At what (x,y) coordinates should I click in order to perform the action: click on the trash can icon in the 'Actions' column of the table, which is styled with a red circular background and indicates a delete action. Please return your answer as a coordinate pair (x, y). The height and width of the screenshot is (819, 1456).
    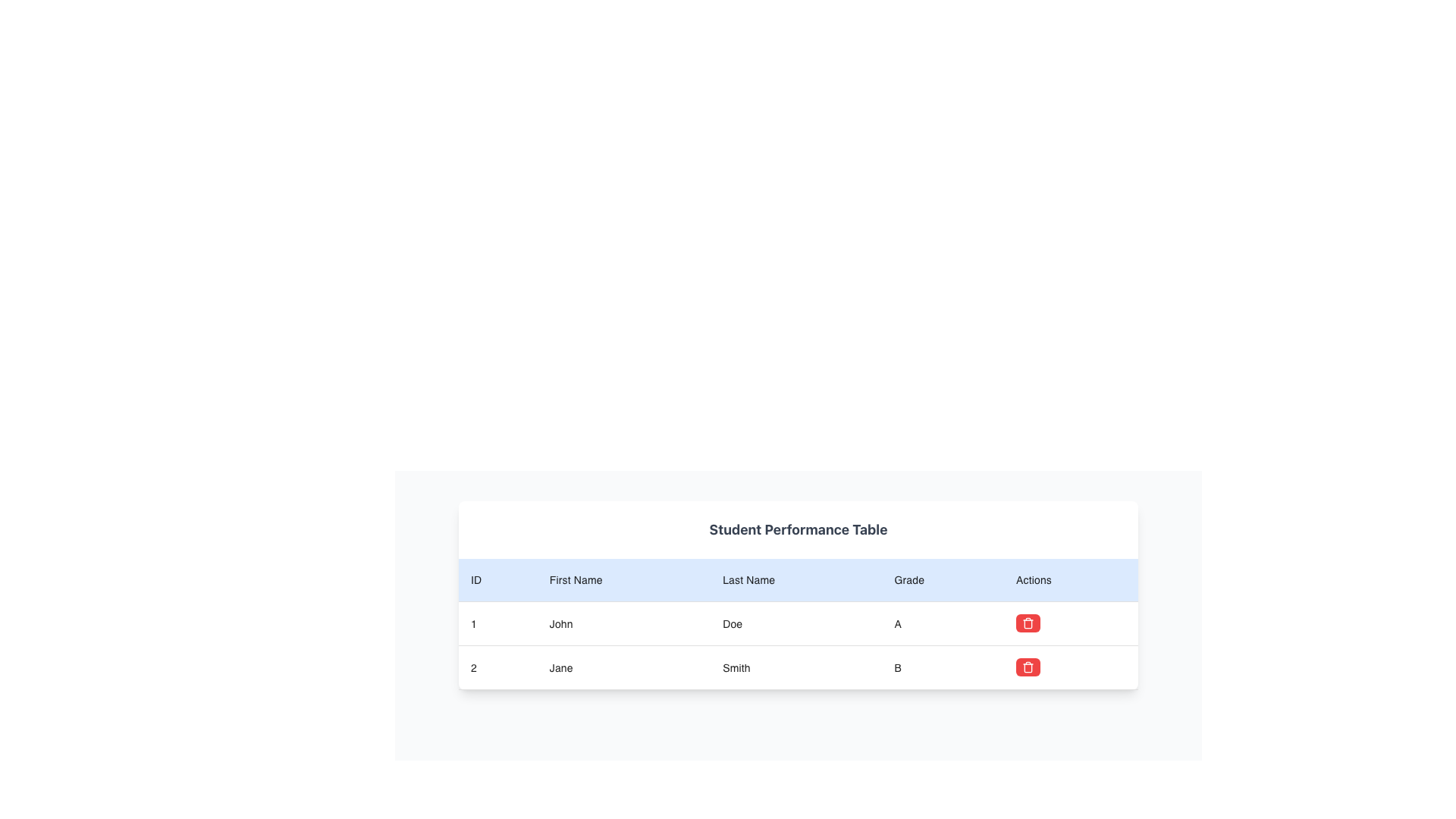
    Looking at the image, I should click on (1028, 623).